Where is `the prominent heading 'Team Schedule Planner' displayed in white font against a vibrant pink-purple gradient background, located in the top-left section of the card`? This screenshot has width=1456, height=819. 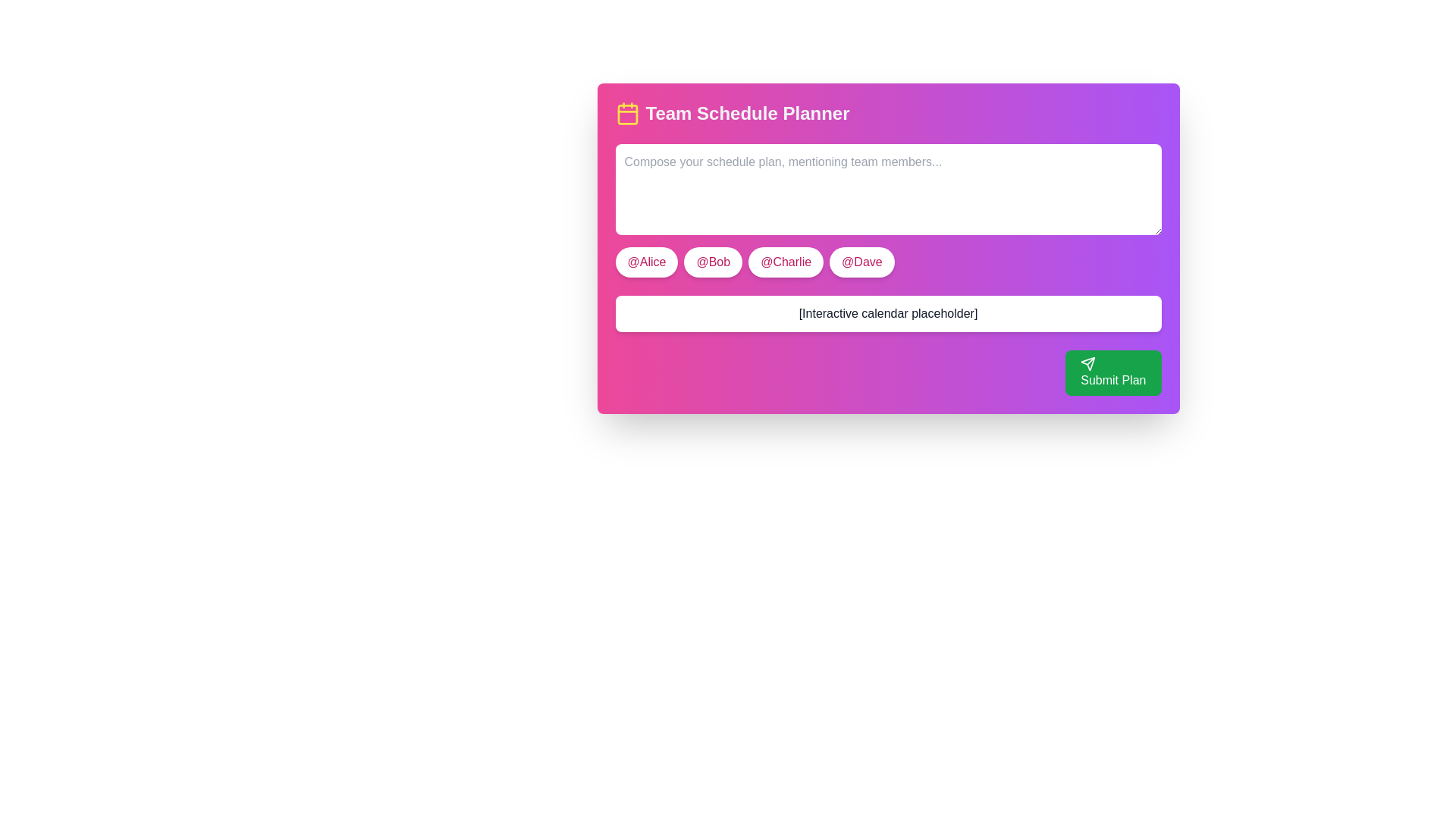
the prominent heading 'Team Schedule Planner' displayed in white font against a vibrant pink-purple gradient background, located in the top-left section of the card is located at coordinates (747, 113).